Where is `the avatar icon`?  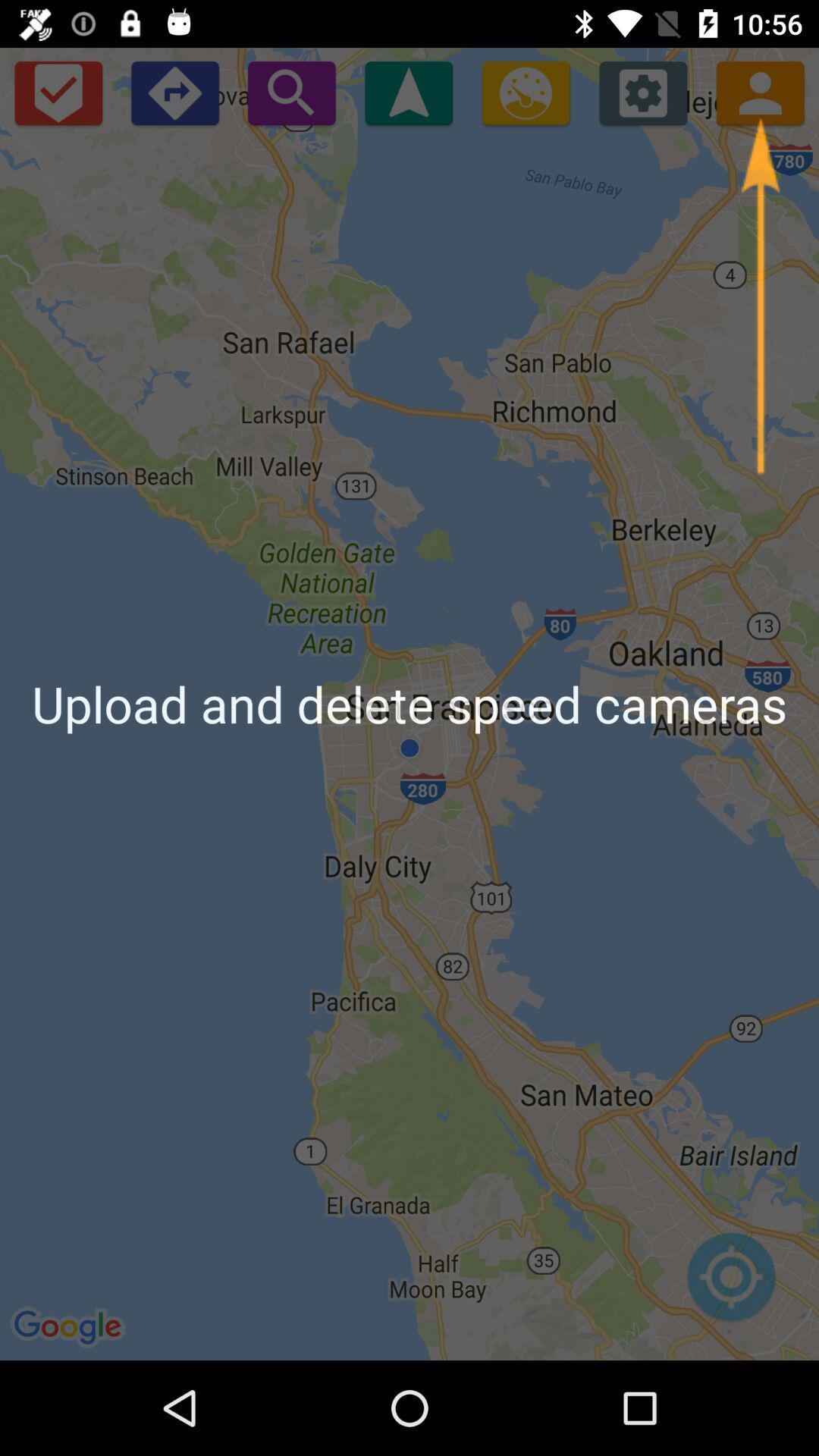
the avatar icon is located at coordinates (760, 92).